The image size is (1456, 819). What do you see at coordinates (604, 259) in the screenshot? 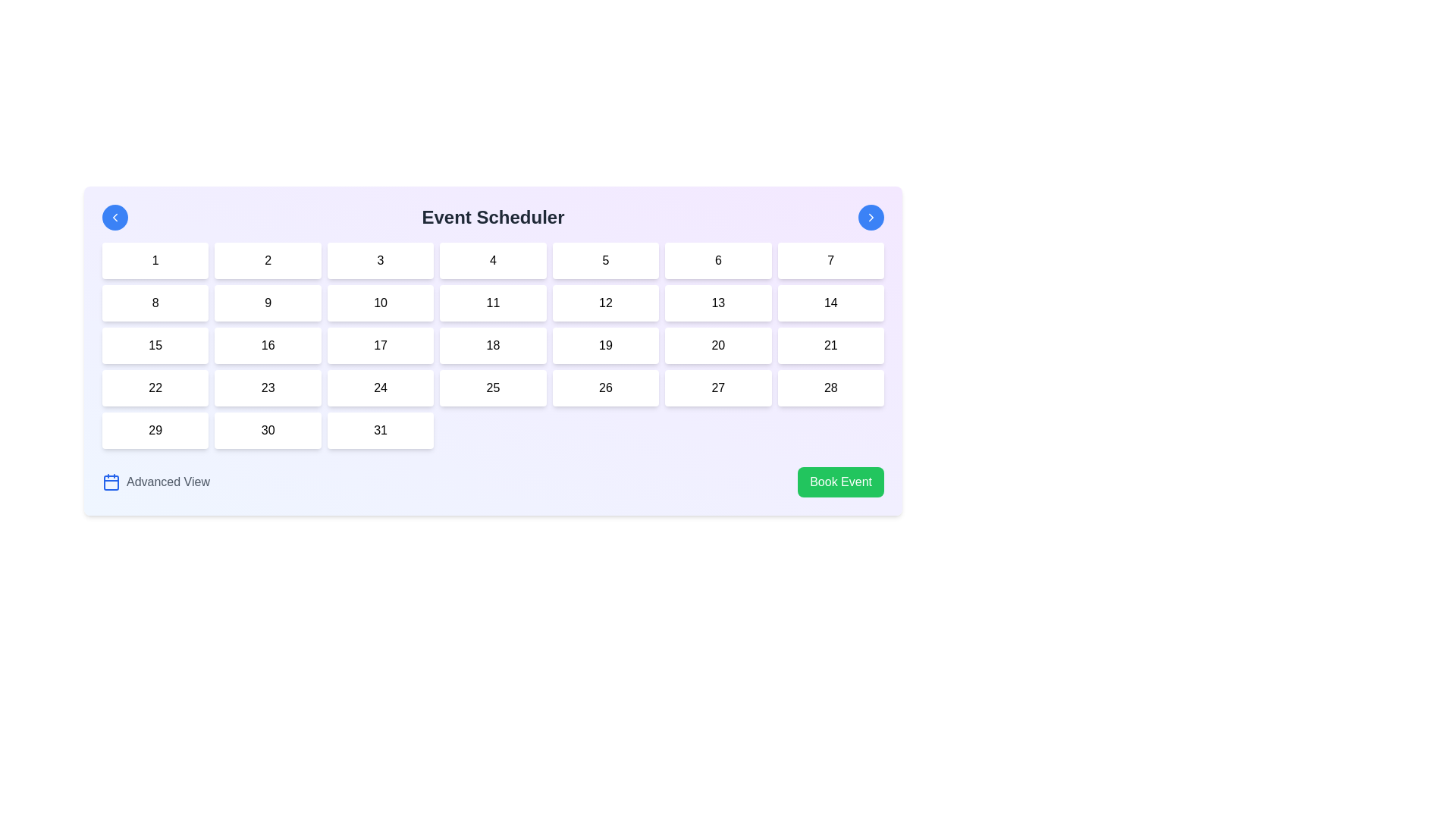
I see `the button labeled '5', which is a white rectangular box with rounded edges` at bounding box center [604, 259].